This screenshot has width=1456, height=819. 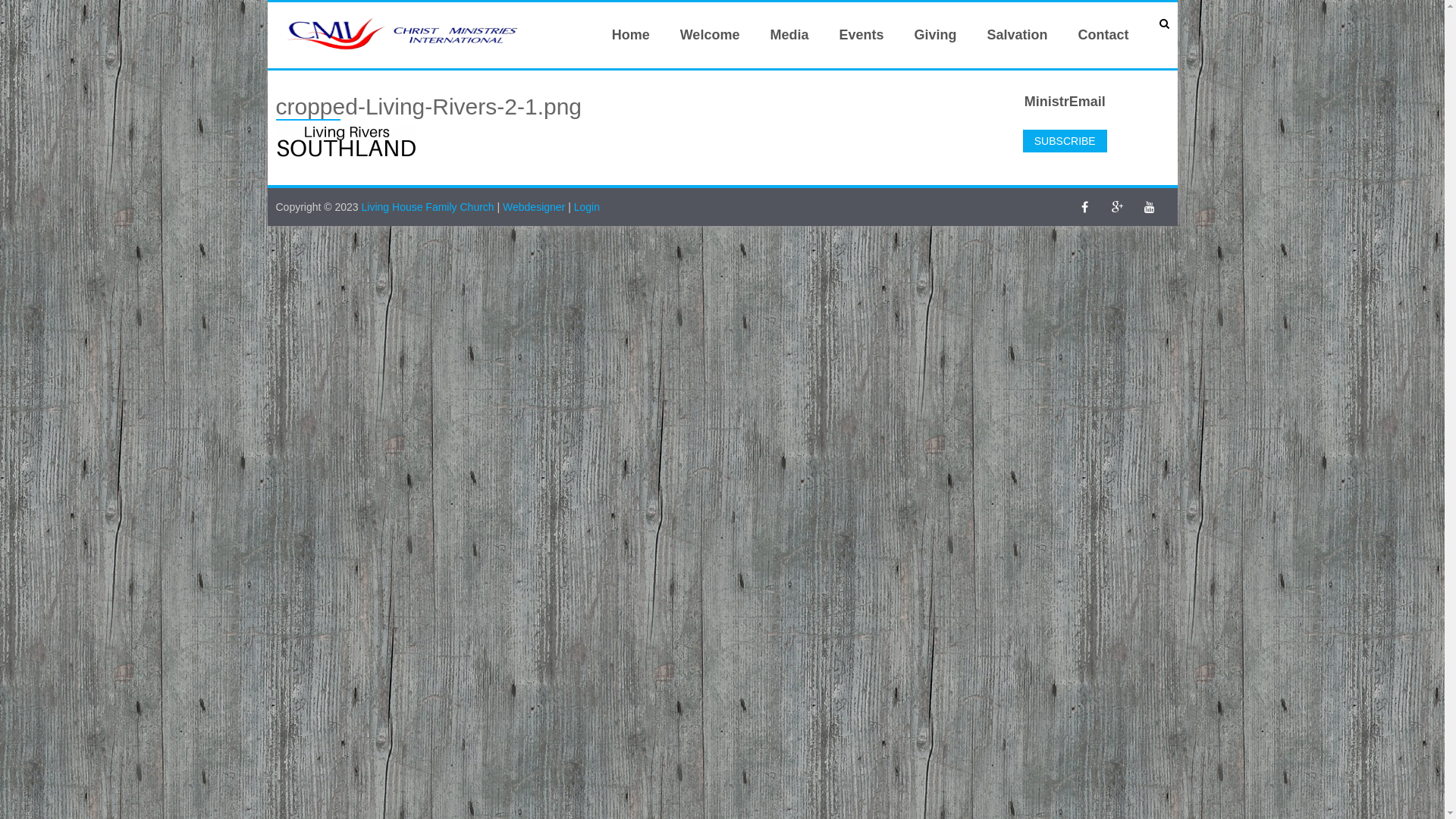 I want to click on 'Home', so click(x=630, y=34).